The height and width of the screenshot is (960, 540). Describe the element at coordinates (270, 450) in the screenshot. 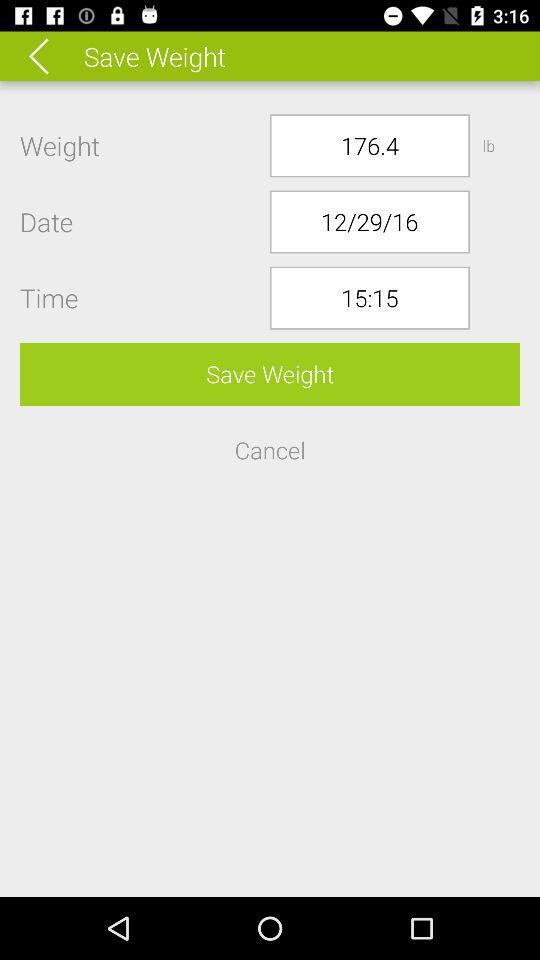

I see `the cancel icon` at that location.